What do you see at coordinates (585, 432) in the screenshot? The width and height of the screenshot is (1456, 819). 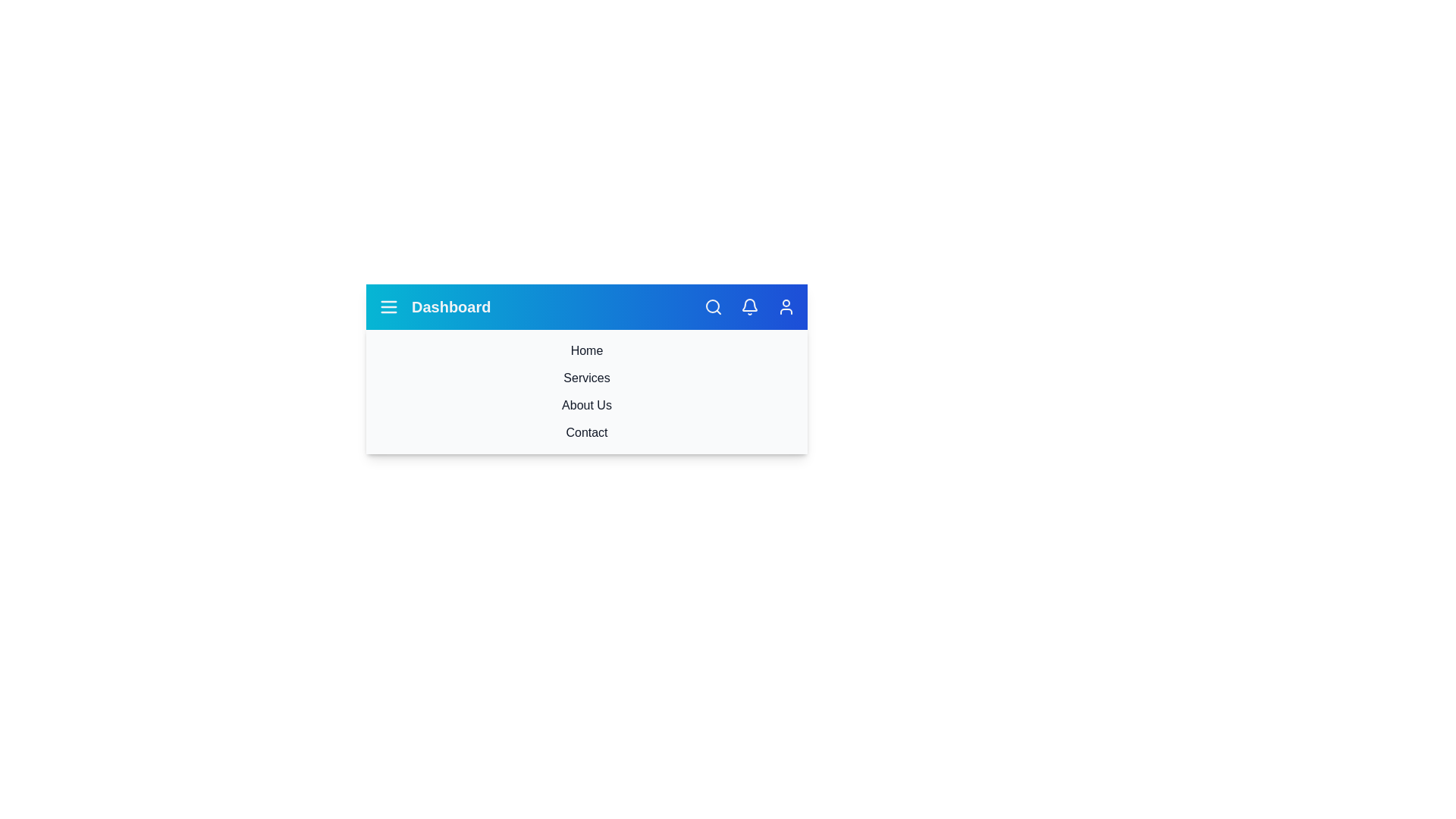 I see `the navigation item Contact by clicking on it` at bounding box center [585, 432].